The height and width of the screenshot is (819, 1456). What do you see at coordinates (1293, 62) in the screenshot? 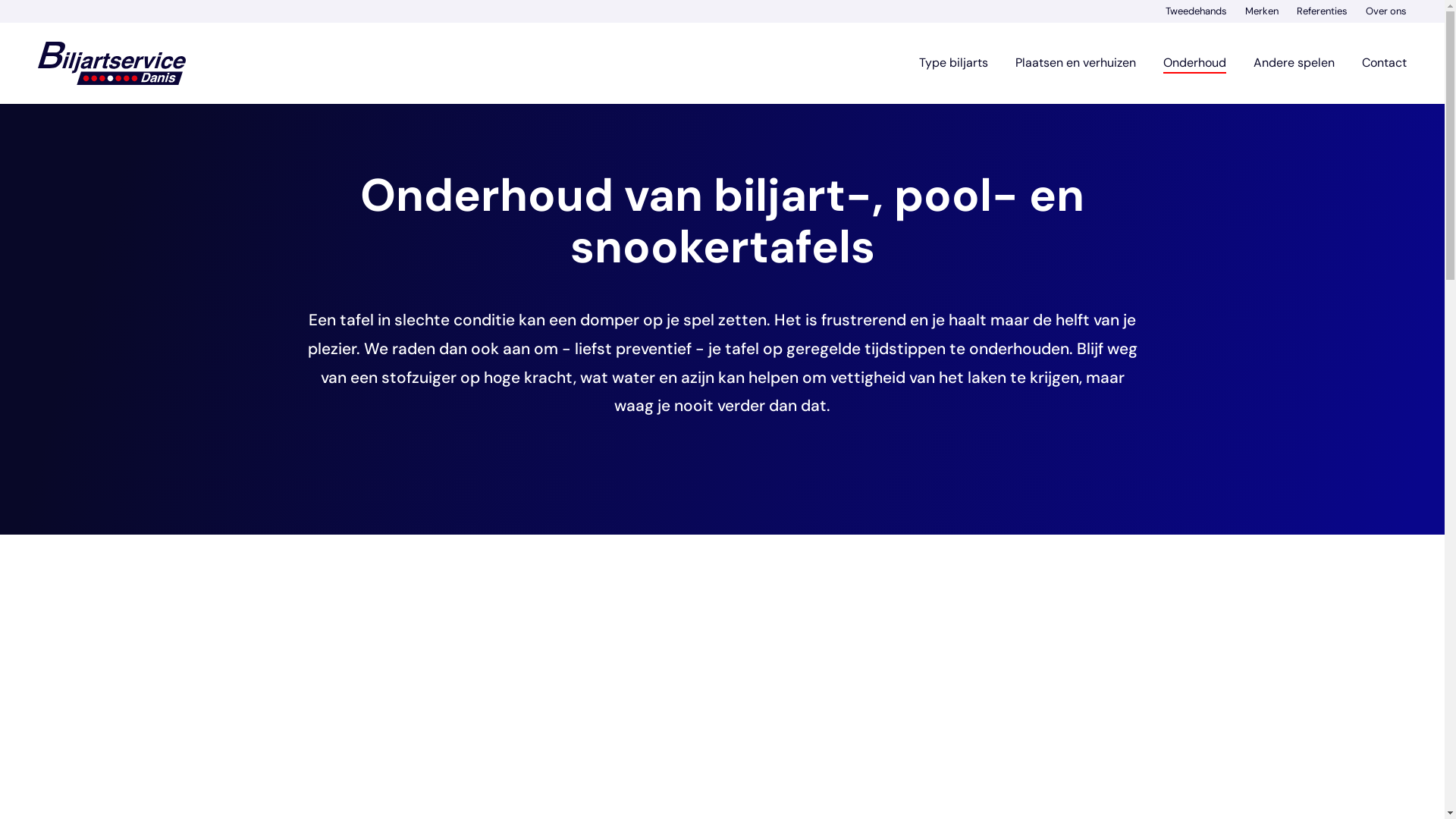
I see `'Andere spelen'` at bounding box center [1293, 62].